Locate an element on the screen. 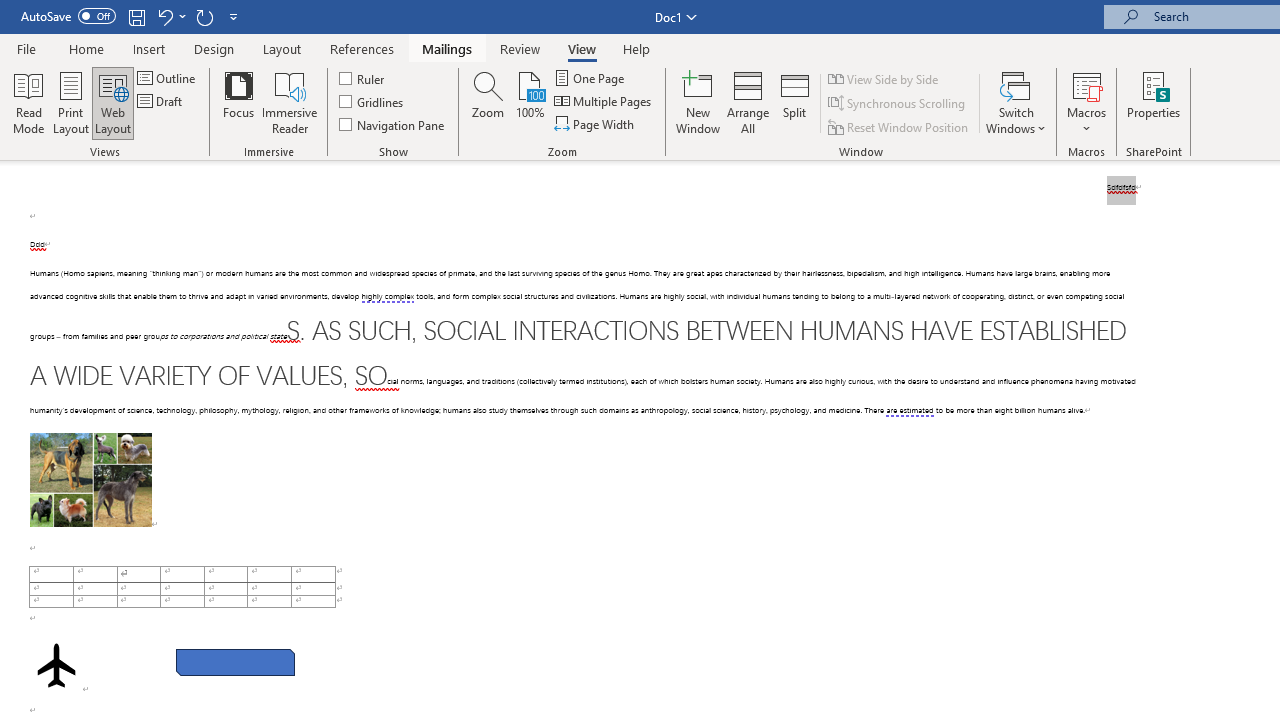 The width and height of the screenshot is (1280, 720). 'Repeat Paragraph Alignment' is located at coordinates (204, 16).